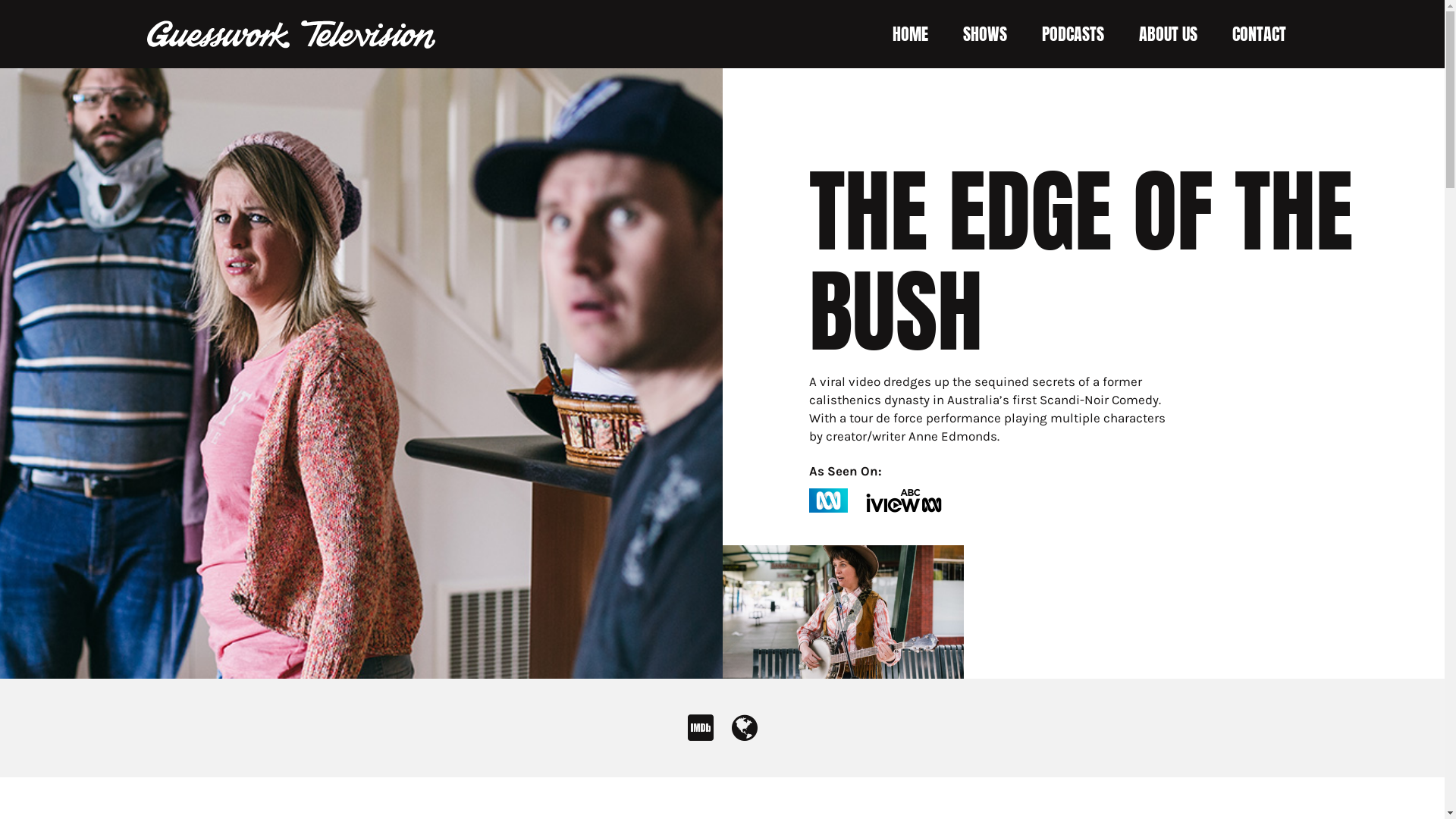 This screenshot has height=819, width=1456. I want to click on 'PODCASTS', so click(1040, 34).